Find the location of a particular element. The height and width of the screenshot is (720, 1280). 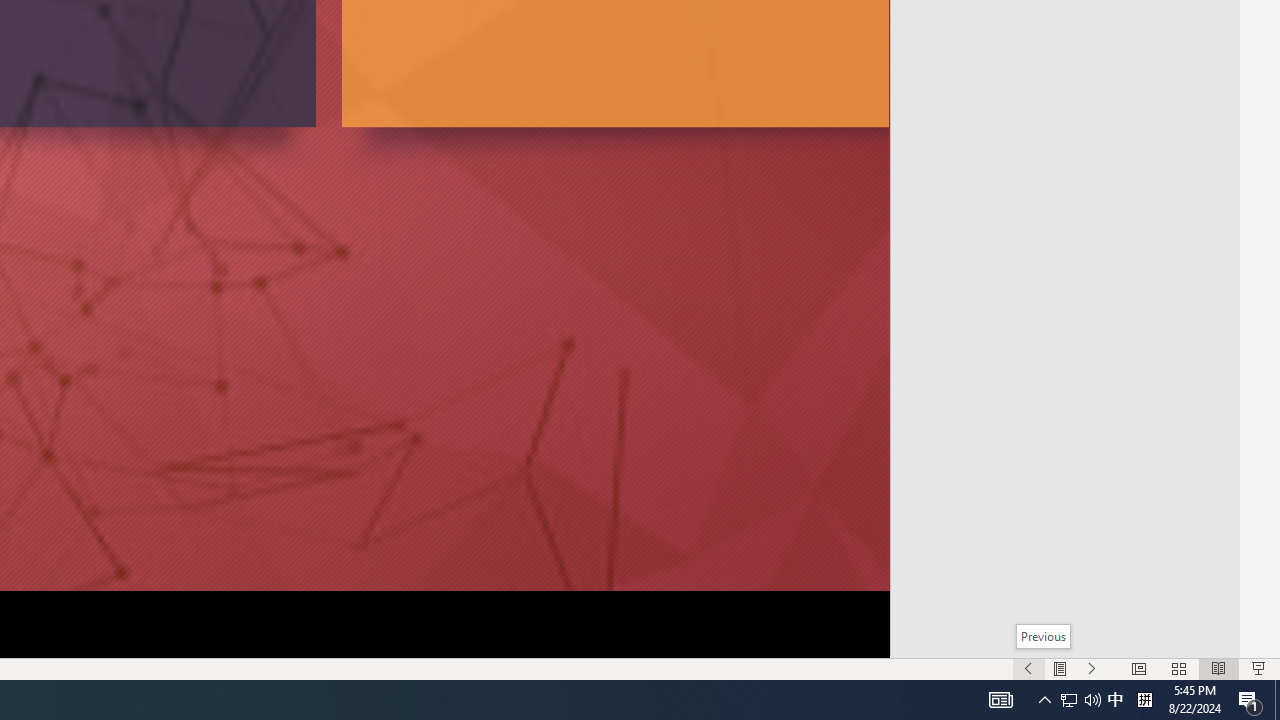

'Previous' is located at coordinates (1042, 636).